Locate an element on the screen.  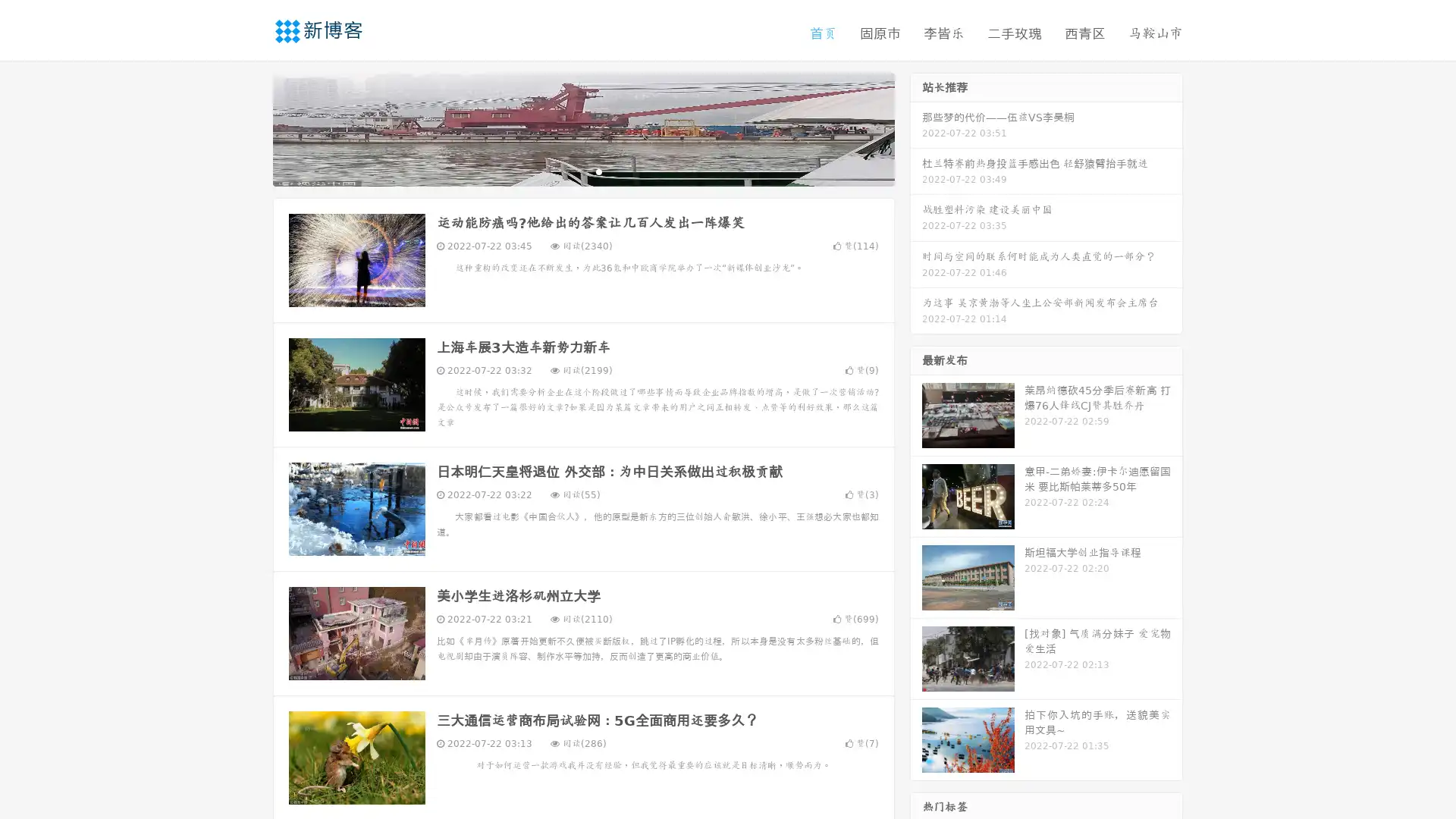
Previous slide is located at coordinates (250, 127).